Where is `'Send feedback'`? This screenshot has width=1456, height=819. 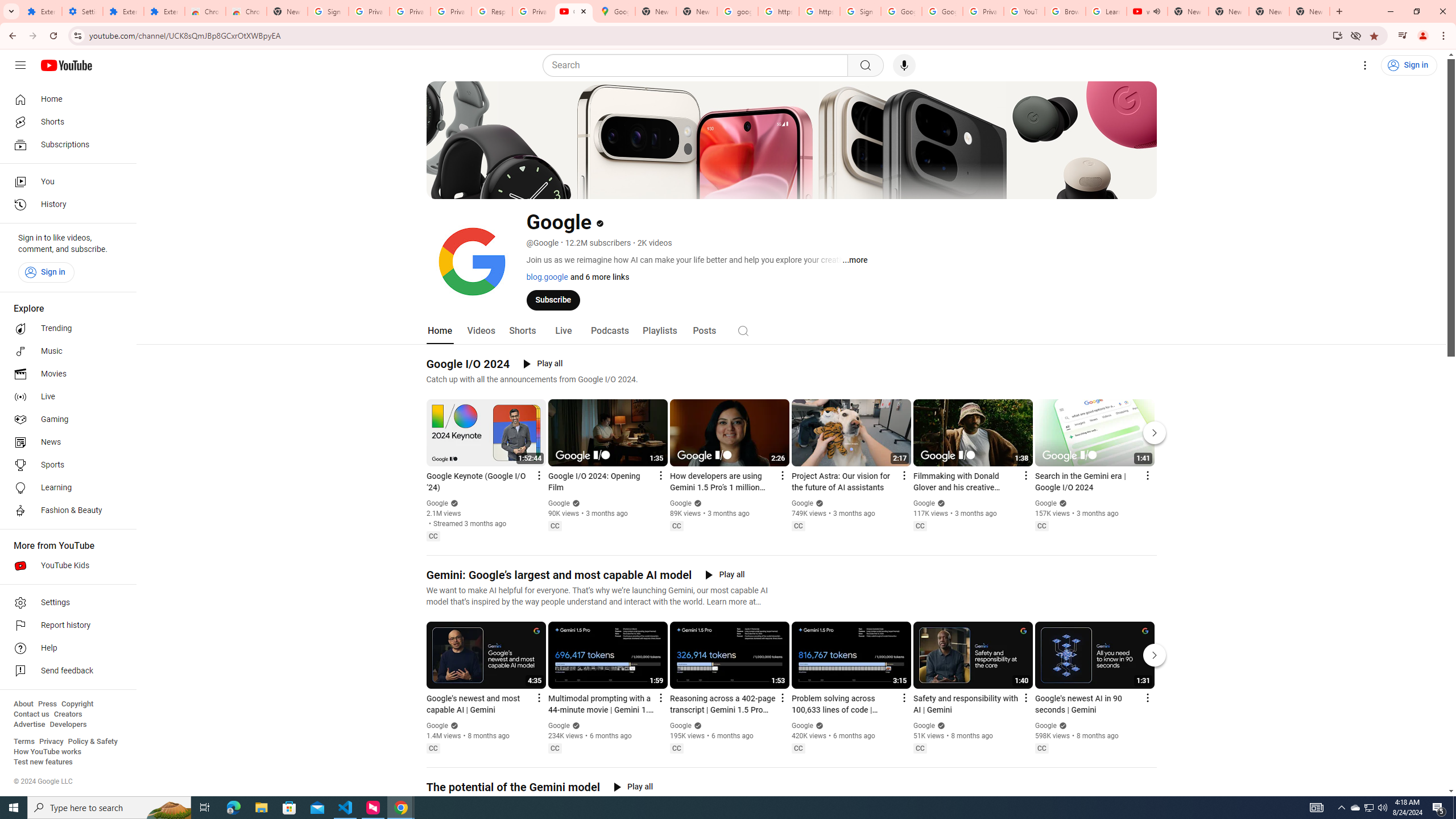 'Send feedback' is located at coordinates (64, 671).